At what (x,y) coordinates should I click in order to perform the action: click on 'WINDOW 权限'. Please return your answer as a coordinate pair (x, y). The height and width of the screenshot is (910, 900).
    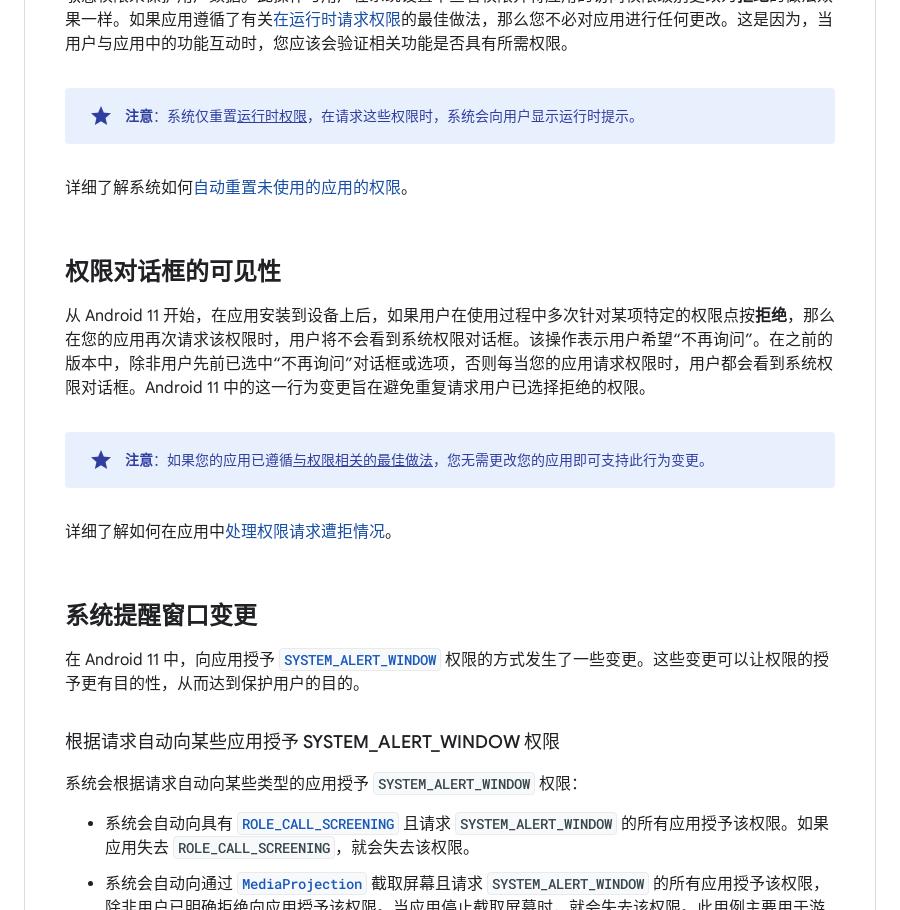
    Looking at the image, I should click on (440, 741).